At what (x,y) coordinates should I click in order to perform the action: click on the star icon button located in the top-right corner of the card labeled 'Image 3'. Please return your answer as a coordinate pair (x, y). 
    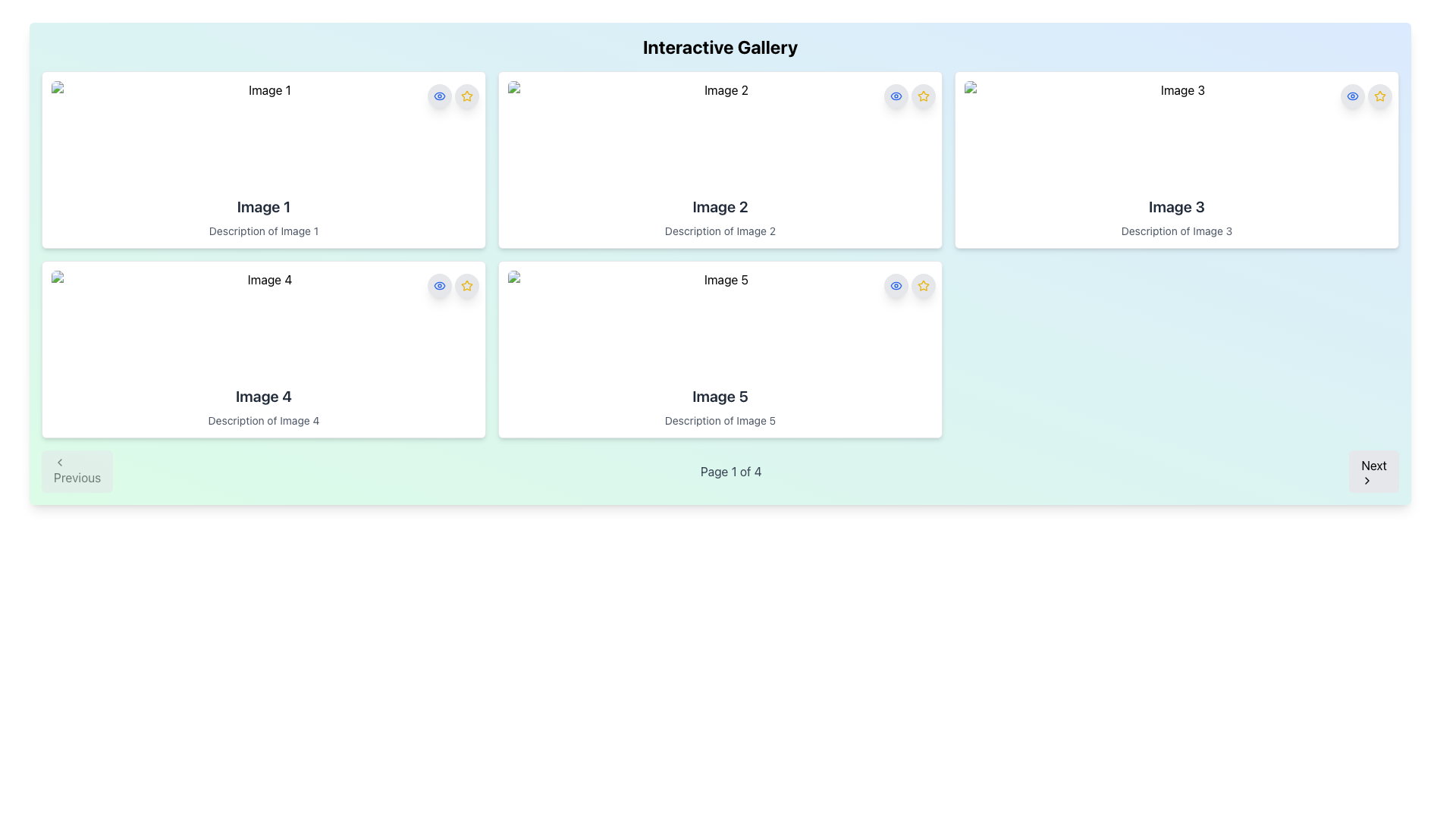
    Looking at the image, I should click on (1379, 96).